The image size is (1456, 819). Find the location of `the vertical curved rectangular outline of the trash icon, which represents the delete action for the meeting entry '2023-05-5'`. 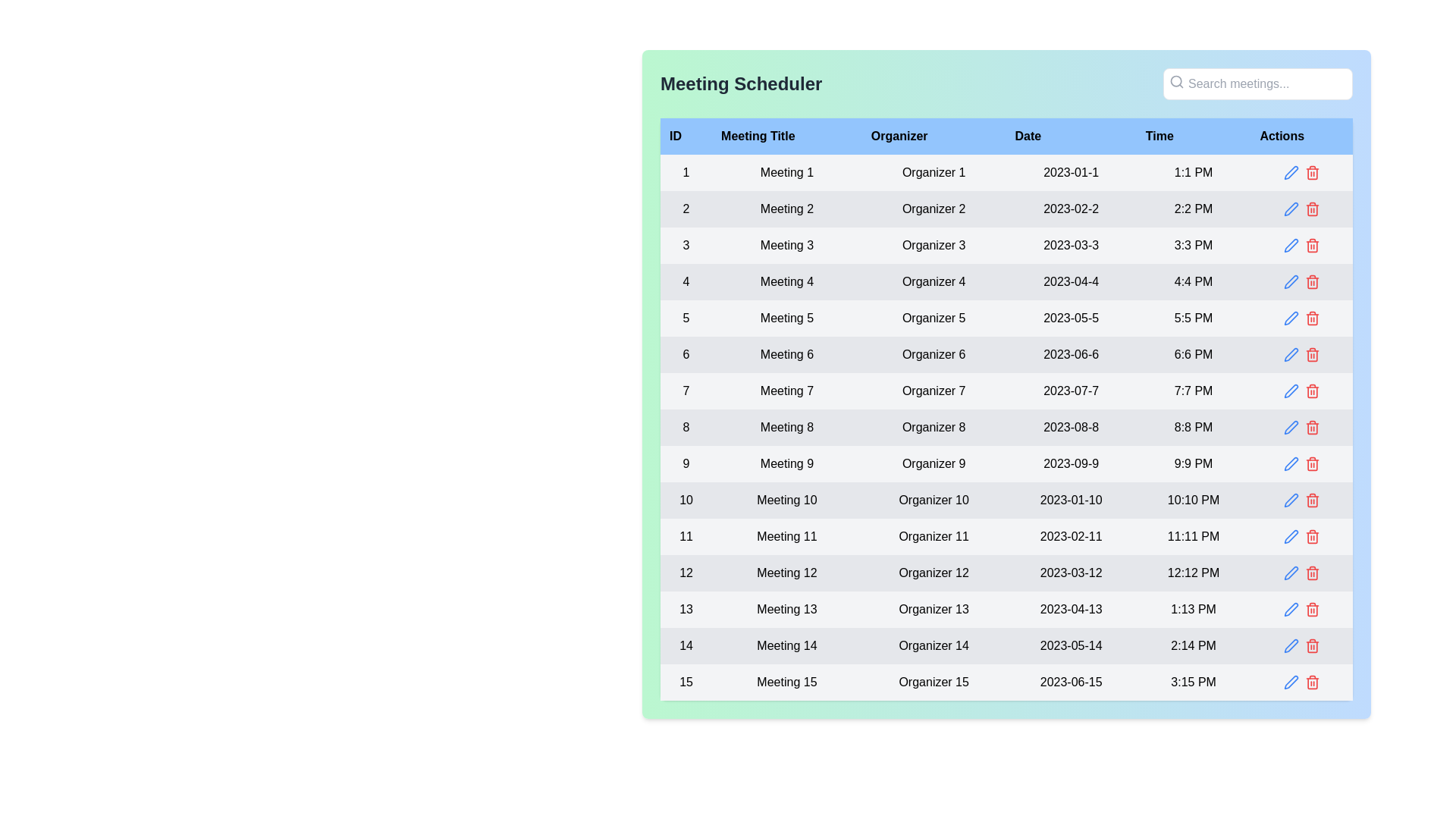

the vertical curved rectangular outline of the trash icon, which represents the delete action for the meeting entry '2023-05-5' is located at coordinates (1311, 318).